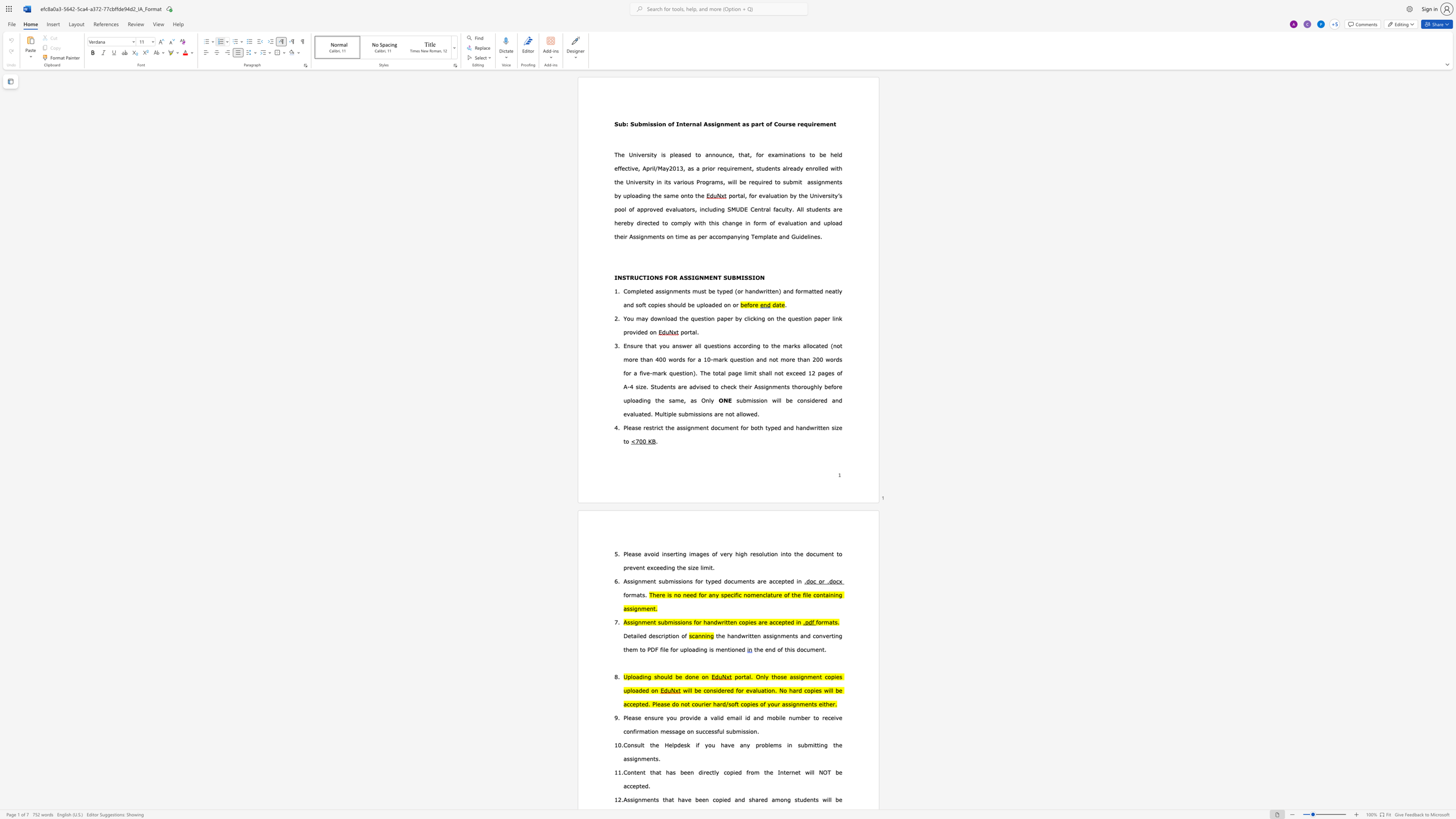  I want to click on the 1th character "g" in the text, so click(635, 759).